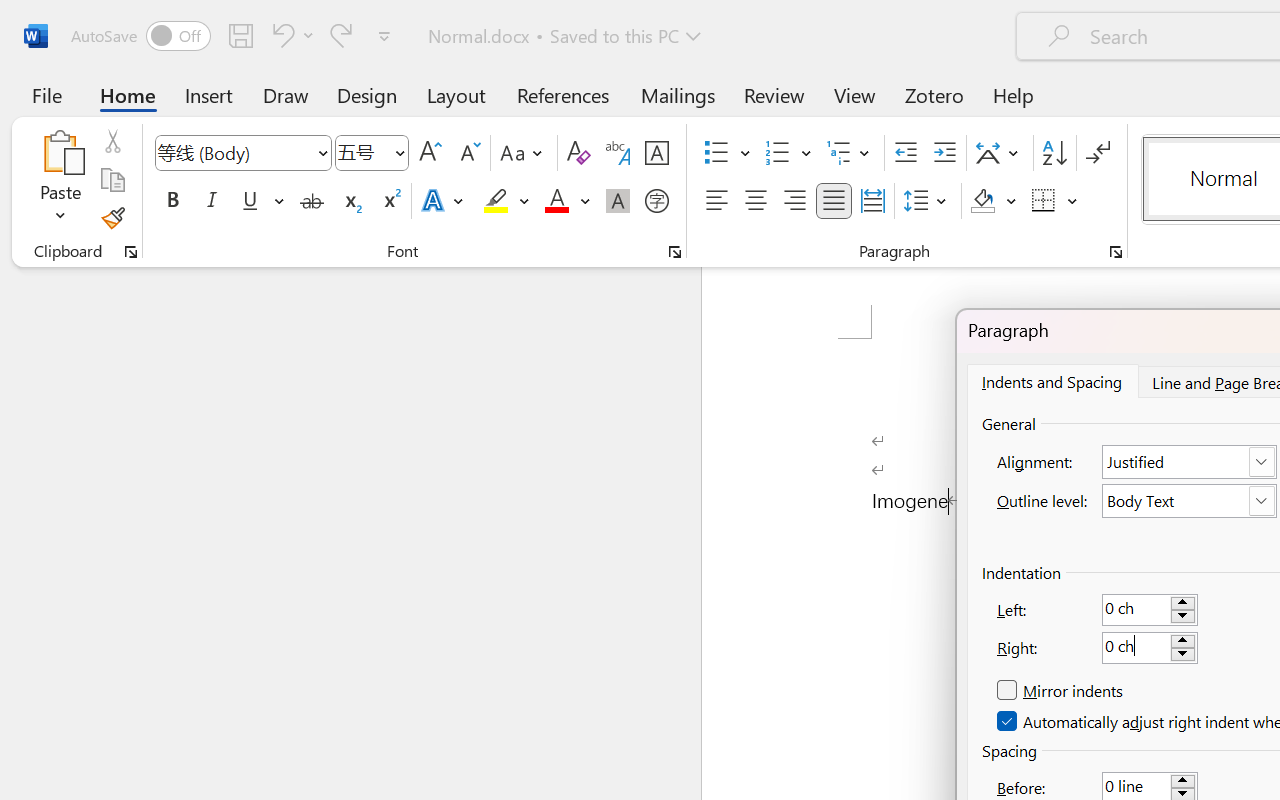 The height and width of the screenshot is (800, 1280). What do you see at coordinates (850, 153) in the screenshot?
I see `'Multilevel List'` at bounding box center [850, 153].